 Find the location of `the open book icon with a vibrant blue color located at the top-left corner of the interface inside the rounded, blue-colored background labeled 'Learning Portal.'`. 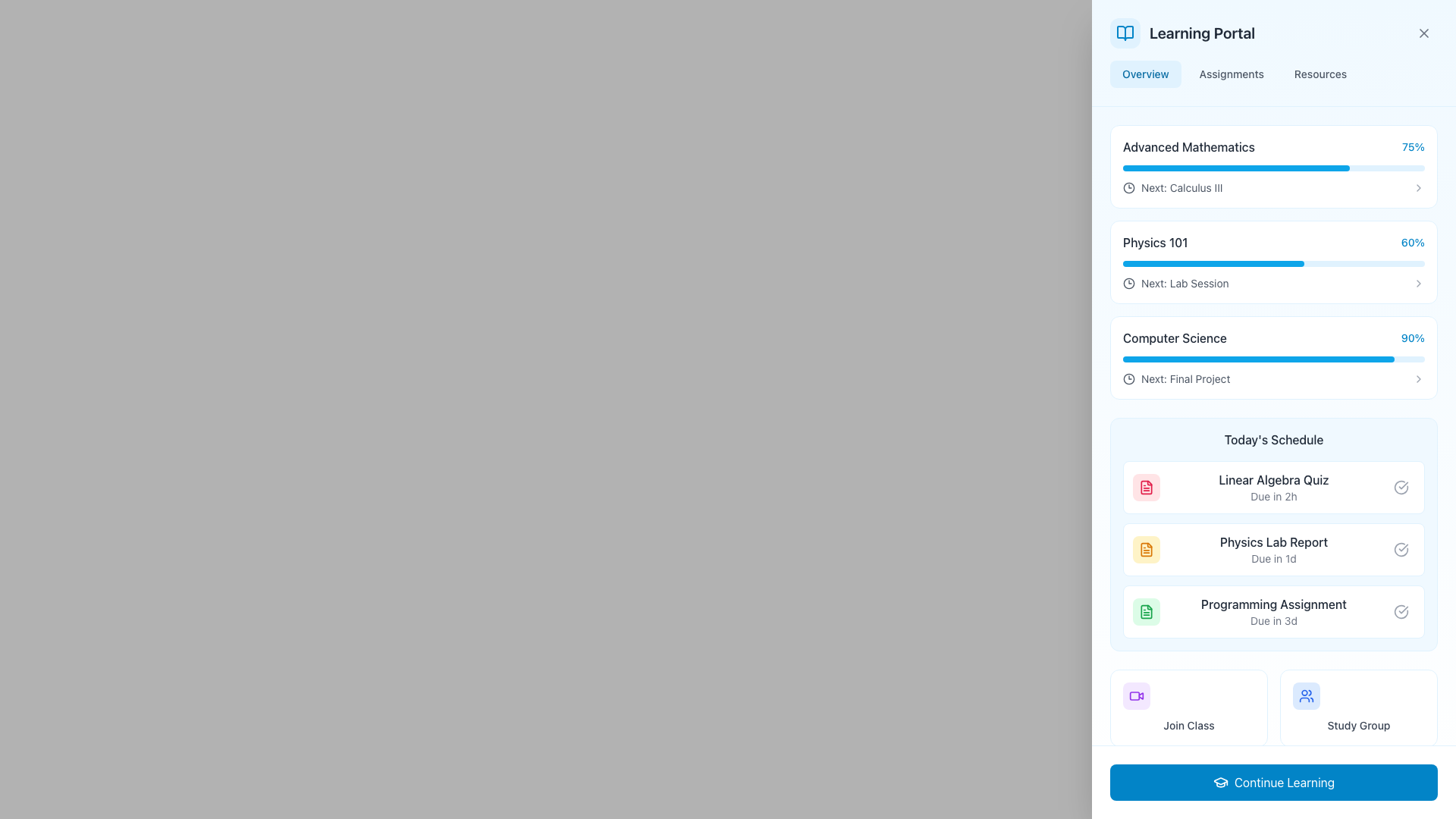

the open book icon with a vibrant blue color located at the top-left corner of the interface inside the rounded, blue-colored background labeled 'Learning Portal.' is located at coordinates (1125, 33).